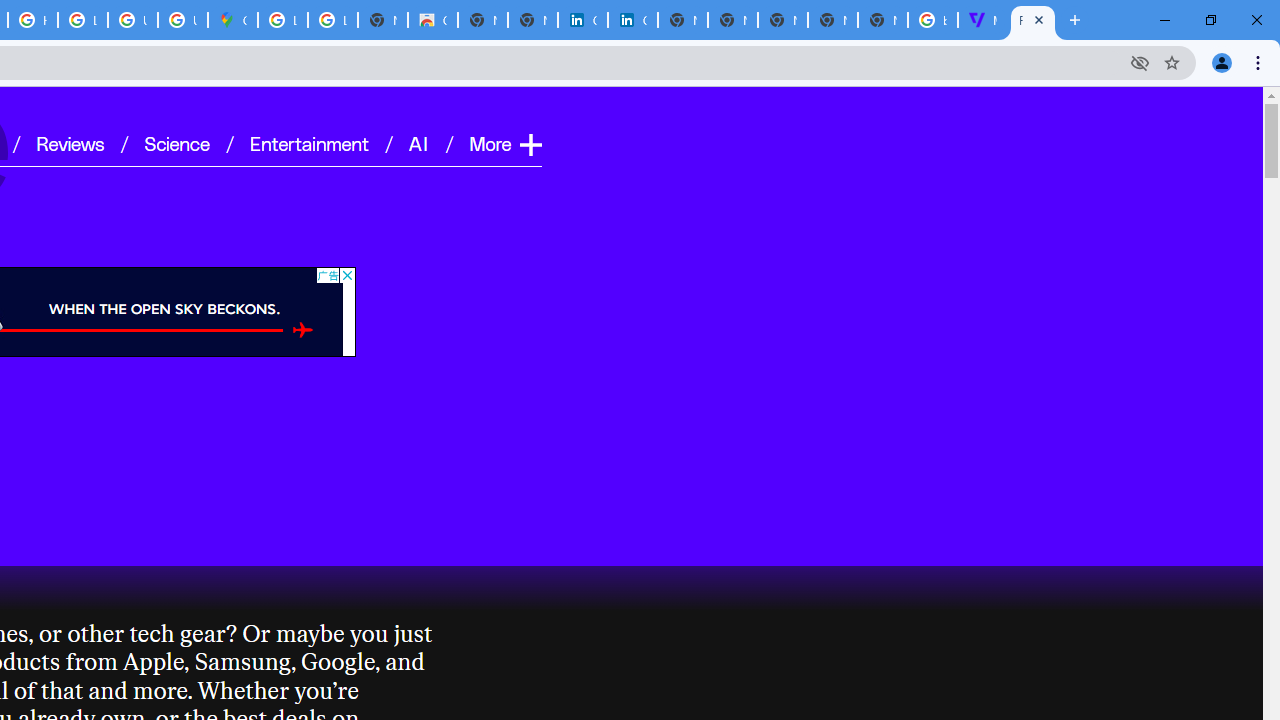  What do you see at coordinates (631, 20) in the screenshot?
I see `'Cookie Policy | LinkedIn'` at bounding box center [631, 20].